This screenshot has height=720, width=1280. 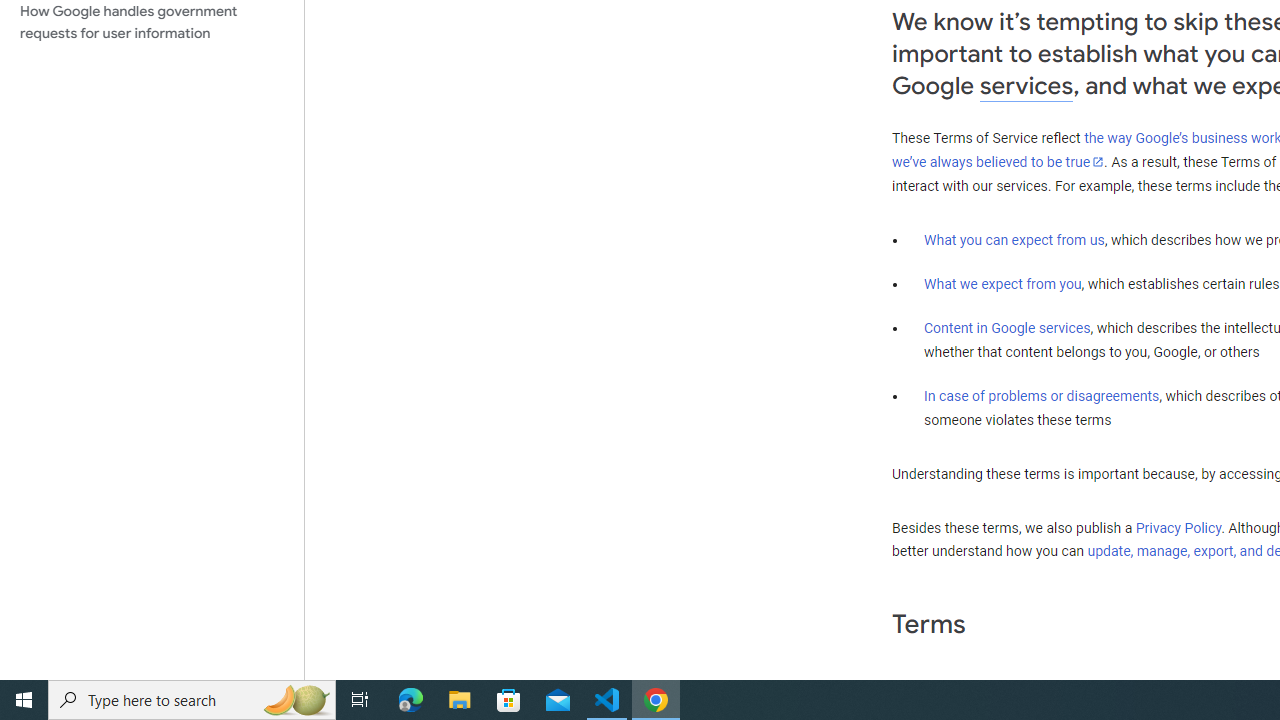 What do you see at coordinates (1014, 239) in the screenshot?
I see `'What you can expect from us'` at bounding box center [1014, 239].